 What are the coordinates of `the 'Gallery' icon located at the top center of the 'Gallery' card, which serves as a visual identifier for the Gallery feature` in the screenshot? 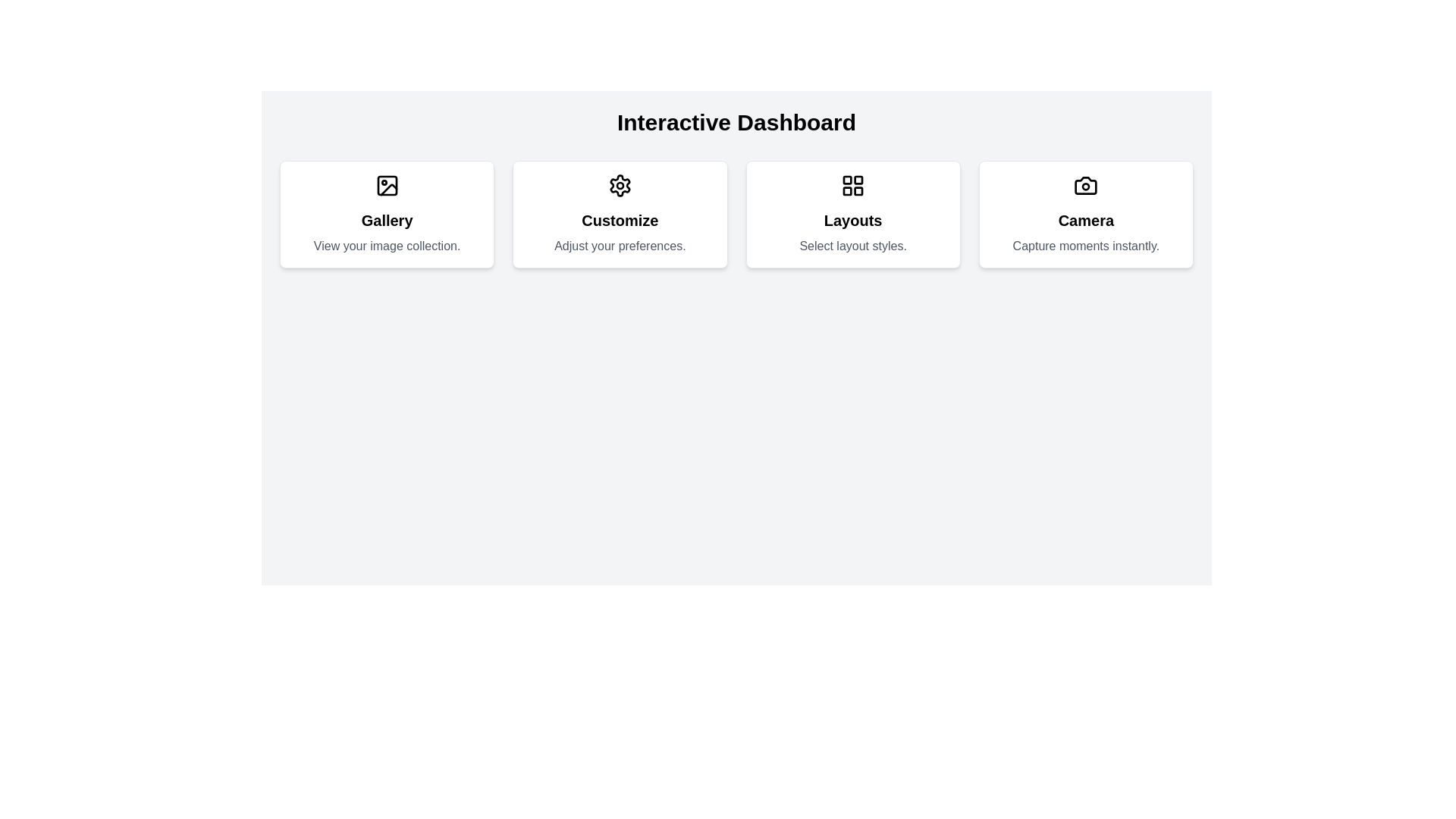 It's located at (387, 185).